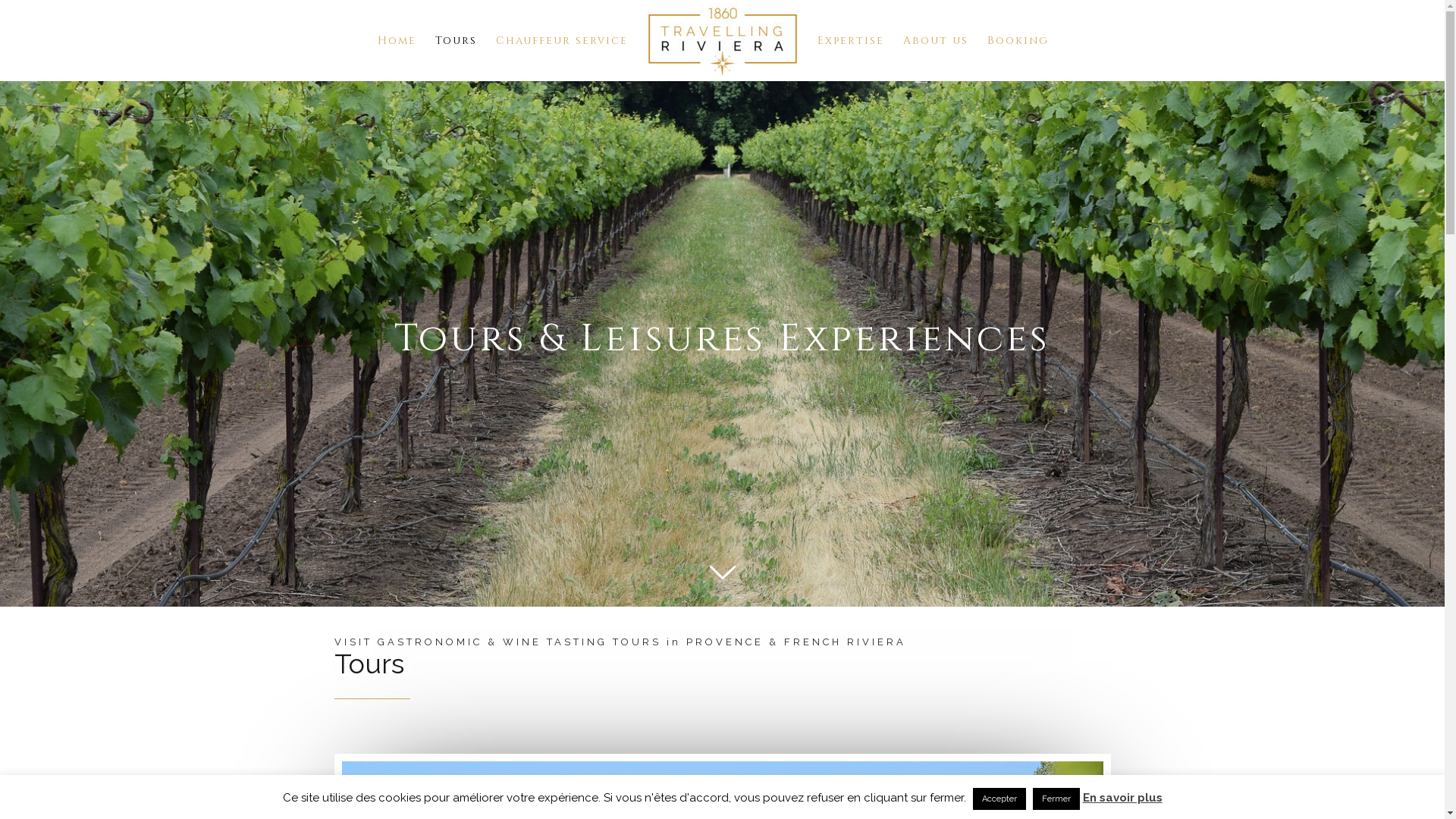 The width and height of the screenshot is (1456, 819). I want to click on 'Fermer', so click(1055, 798).